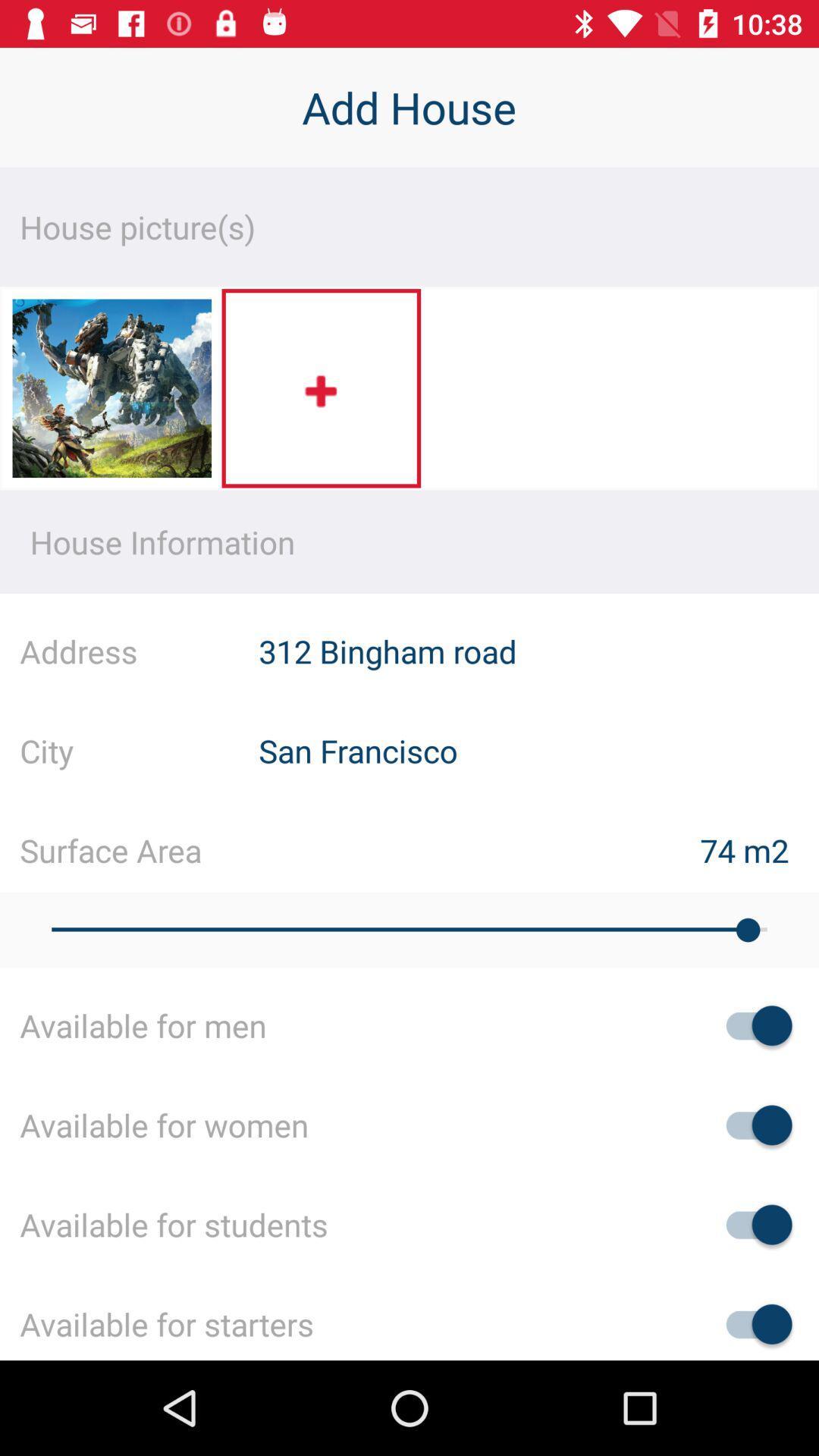  I want to click on the san francisco, so click(538, 750).